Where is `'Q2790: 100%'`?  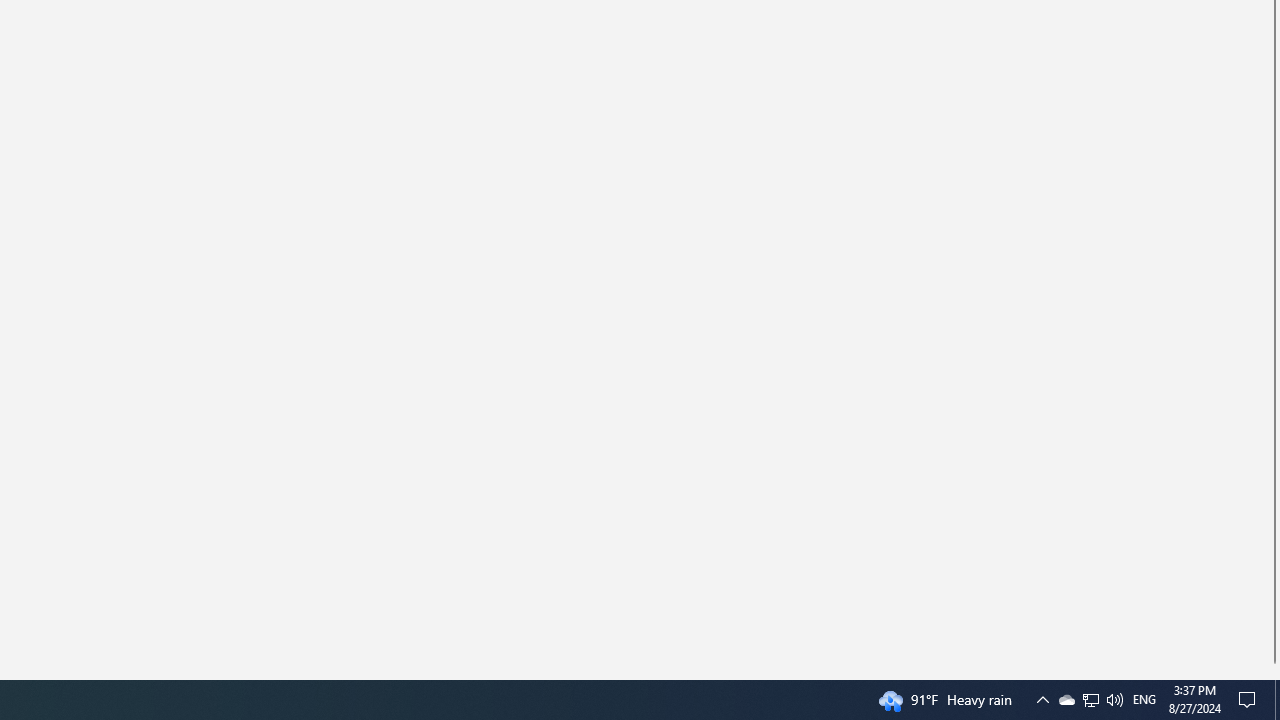 'Q2790: 100%' is located at coordinates (1113, 698).